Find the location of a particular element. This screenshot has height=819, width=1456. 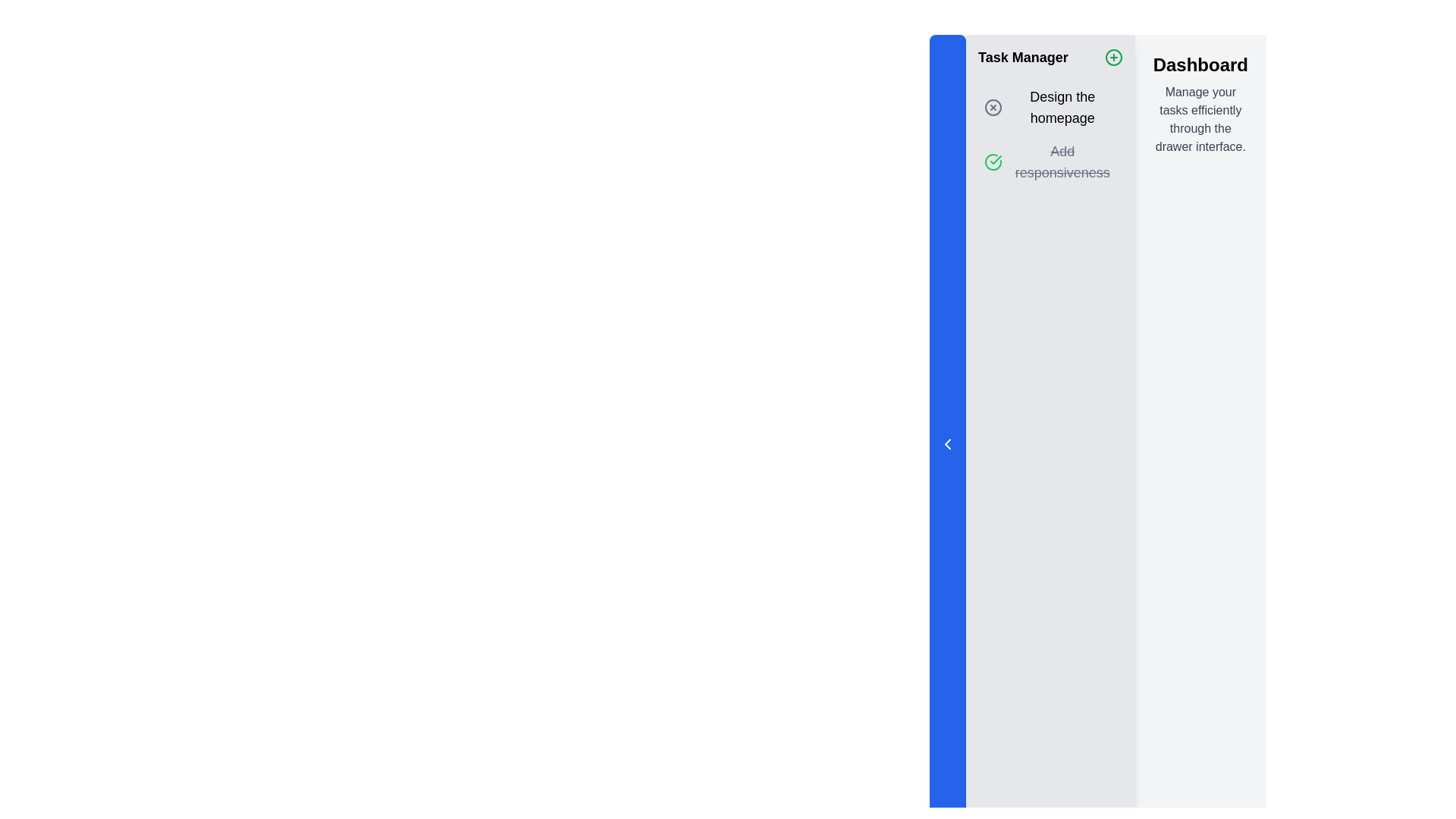

the green circular button with a plus symbol located in the right section of the 'Task Manager' header bar is located at coordinates (1113, 57).